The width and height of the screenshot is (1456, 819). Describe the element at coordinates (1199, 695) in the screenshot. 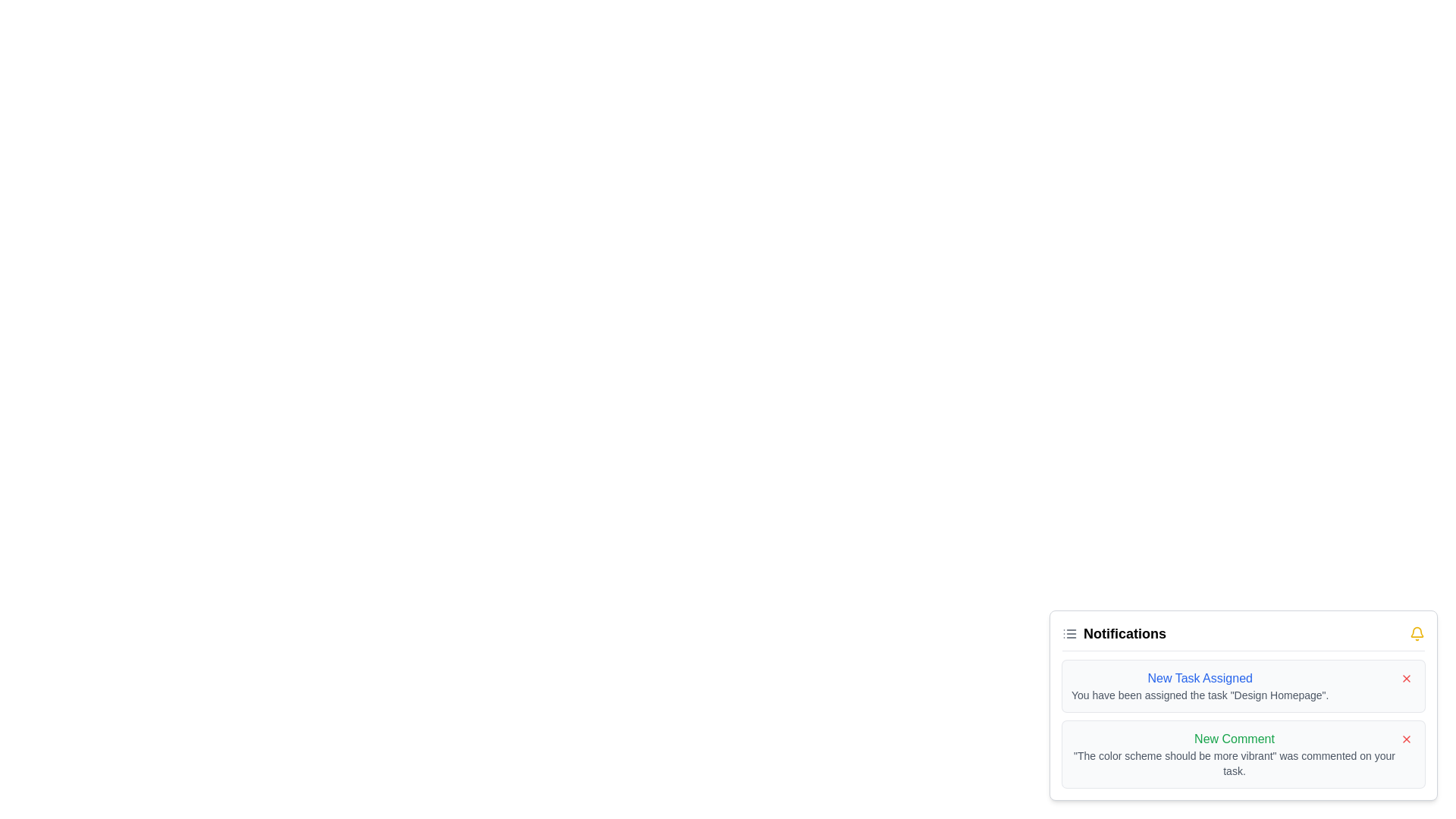

I see `the text snippet styled with a small font size and gray color reading 'You have been assigned the task "Design Homepage"', located under the heading 'New Task Assigned' in the notification-style card` at that location.